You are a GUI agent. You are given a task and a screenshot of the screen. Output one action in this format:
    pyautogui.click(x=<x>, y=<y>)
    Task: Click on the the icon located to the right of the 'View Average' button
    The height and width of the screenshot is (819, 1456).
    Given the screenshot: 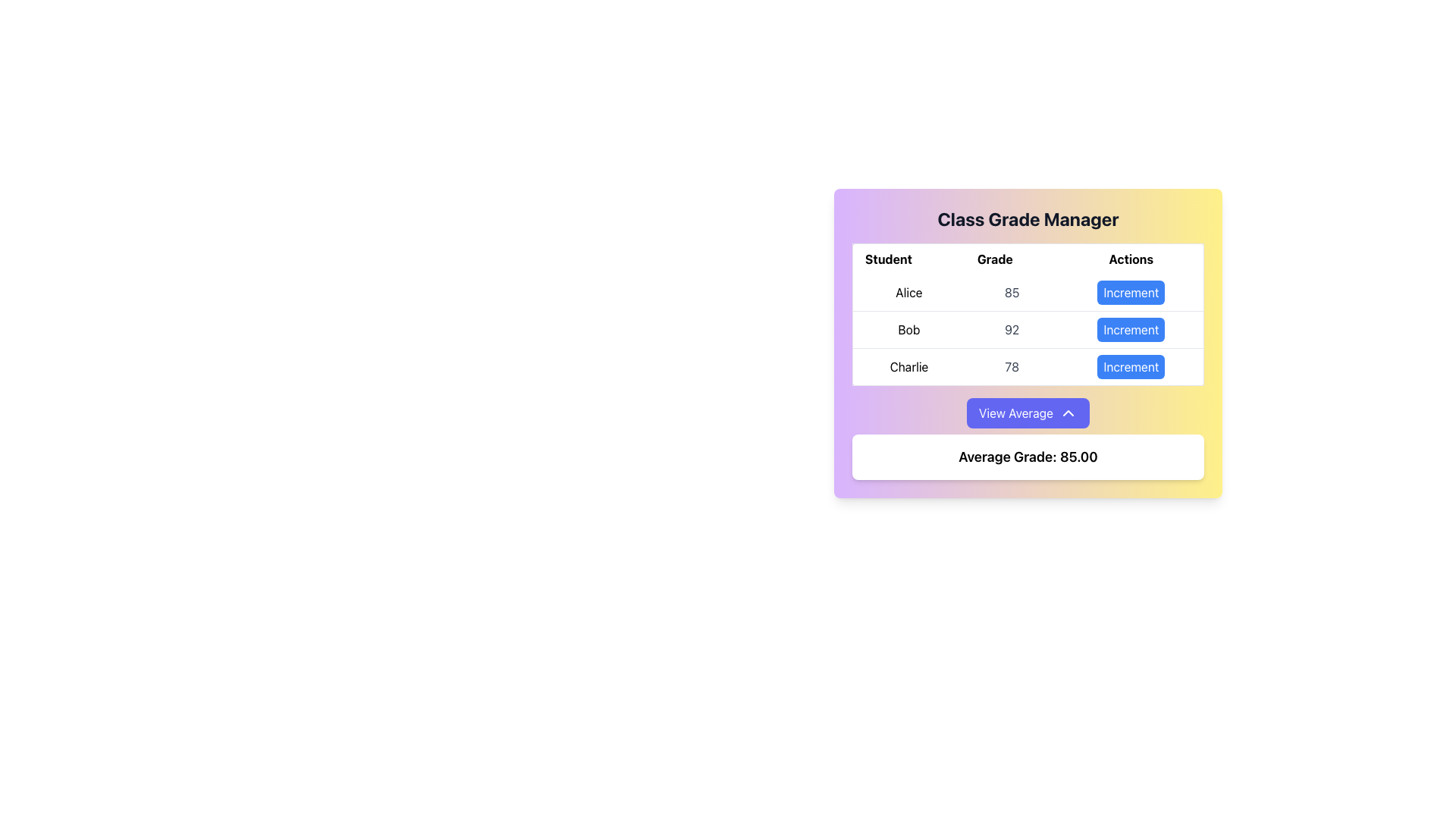 What is the action you would take?
    pyautogui.click(x=1068, y=413)
    